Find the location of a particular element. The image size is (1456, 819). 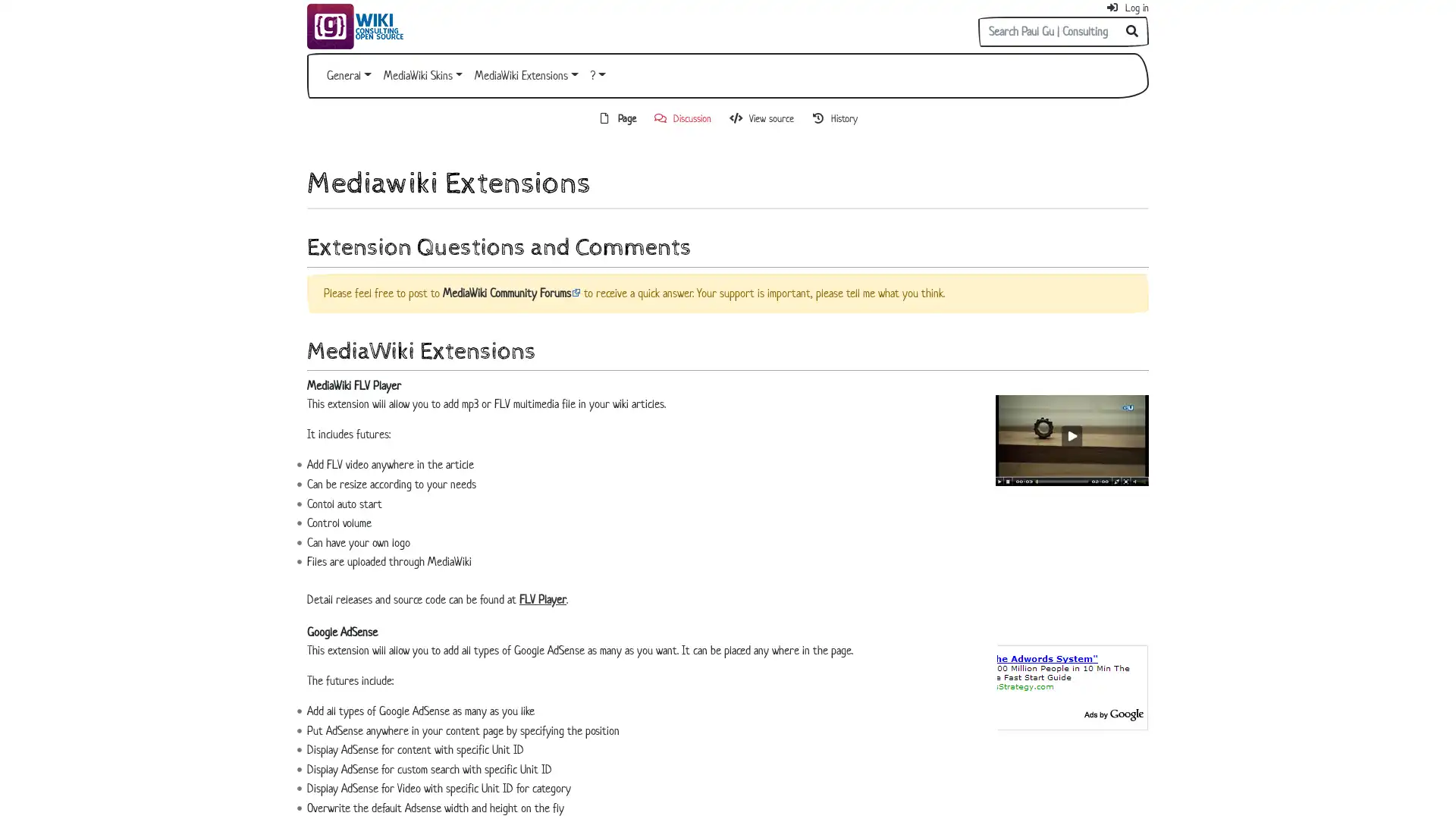

Go to page is located at coordinates (1132, 32).